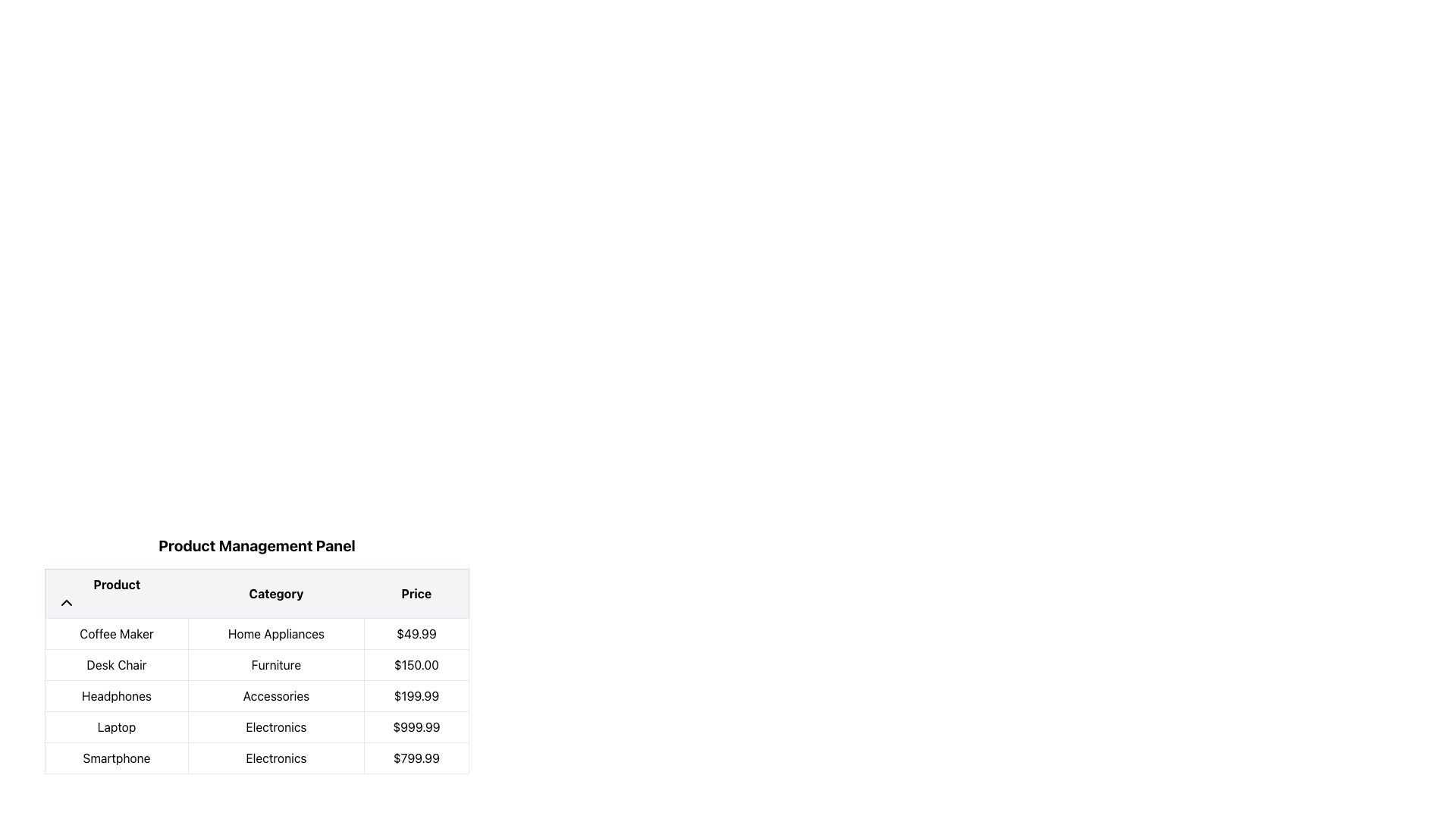 The height and width of the screenshot is (819, 1456). Describe the element at coordinates (257, 654) in the screenshot. I see `the table cell entry for 'Furniture' located in the second row under the 'Category' column in the 'Product Management Panel'` at that location.